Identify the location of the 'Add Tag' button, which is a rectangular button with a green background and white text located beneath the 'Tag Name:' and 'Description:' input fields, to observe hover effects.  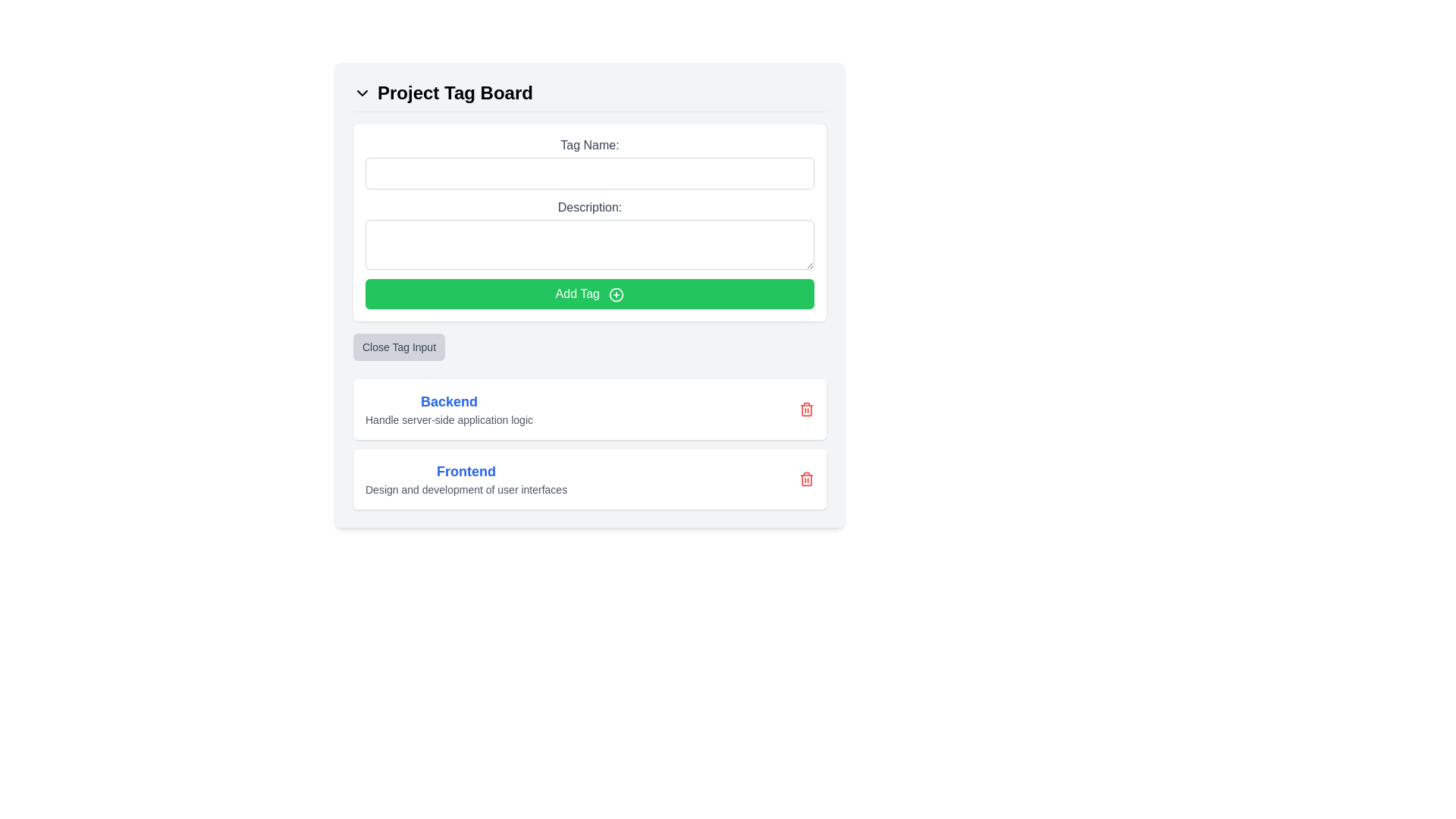
(588, 294).